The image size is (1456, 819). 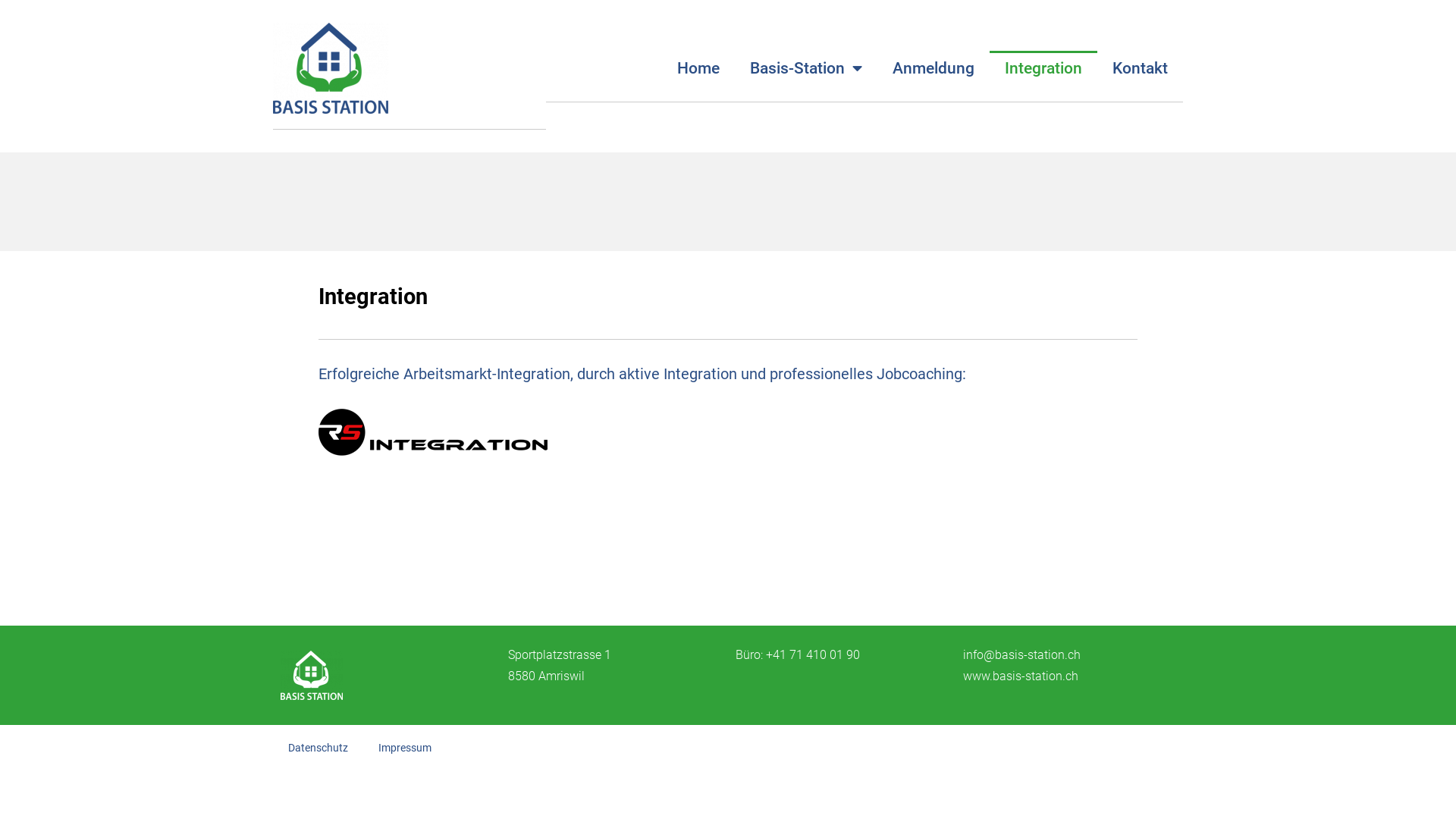 What do you see at coordinates (932, 67) in the screenshot?
I see `'Anmeldung'` at bounding box center [932, 67].